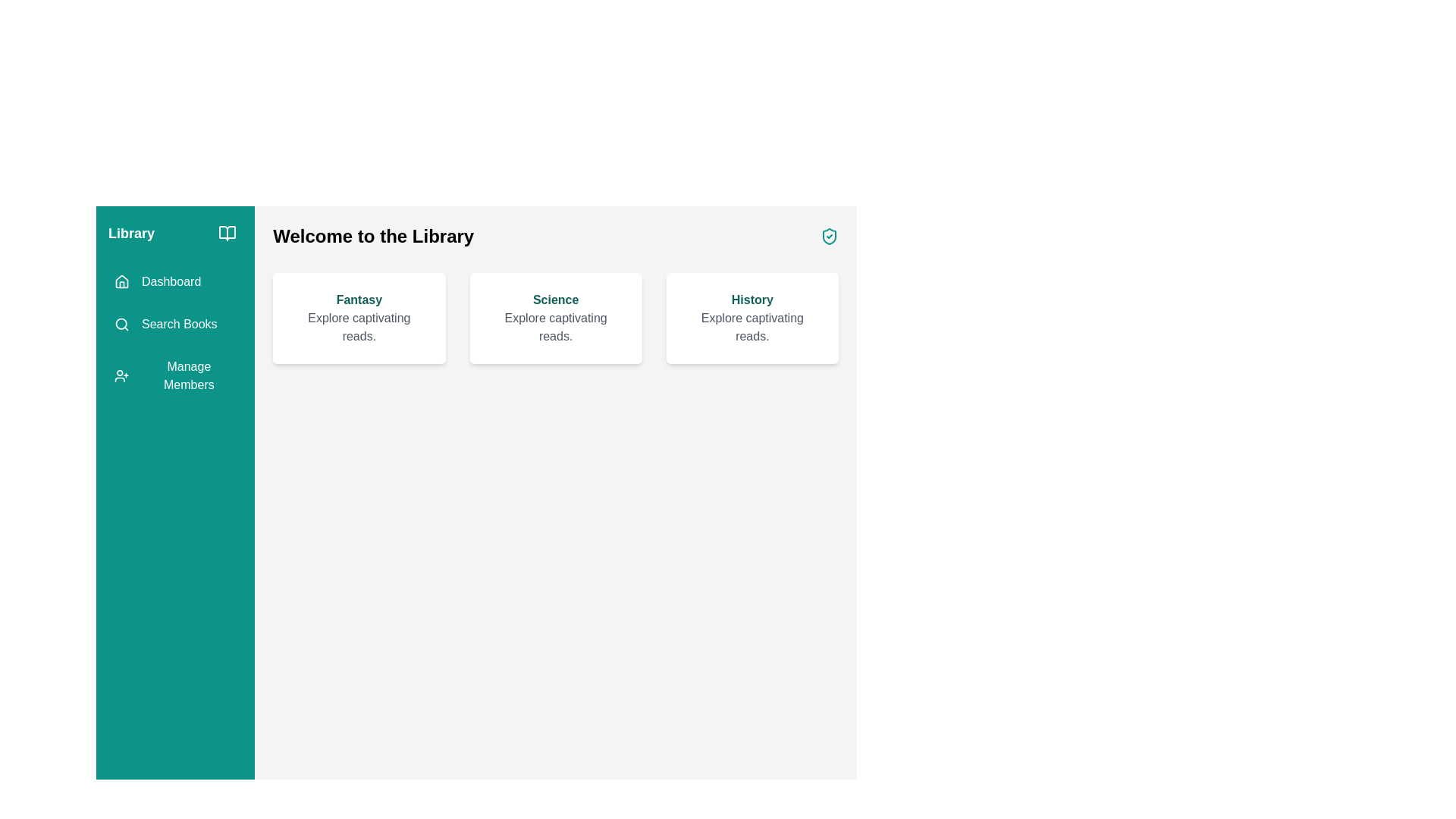  I want to click on the 'Search Books' label in the Sidebar menu, so click(175, 332).